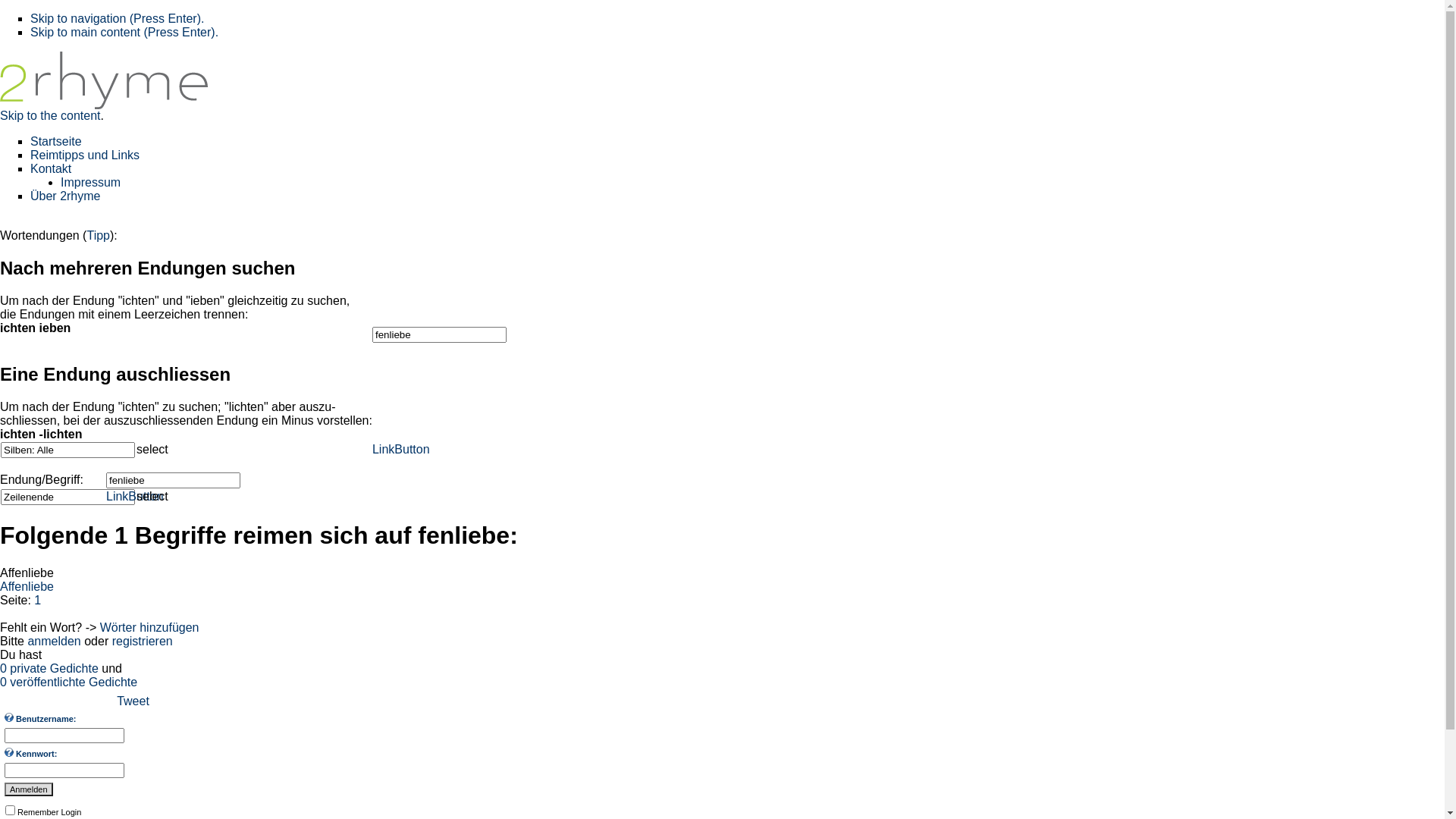 The height and width of the screenshot is (819, 1456). Describe the element at coordinates (103, 104) in the screenshot. I see `'2rhyme - Das deutsche Reimlexikon'` at that location.